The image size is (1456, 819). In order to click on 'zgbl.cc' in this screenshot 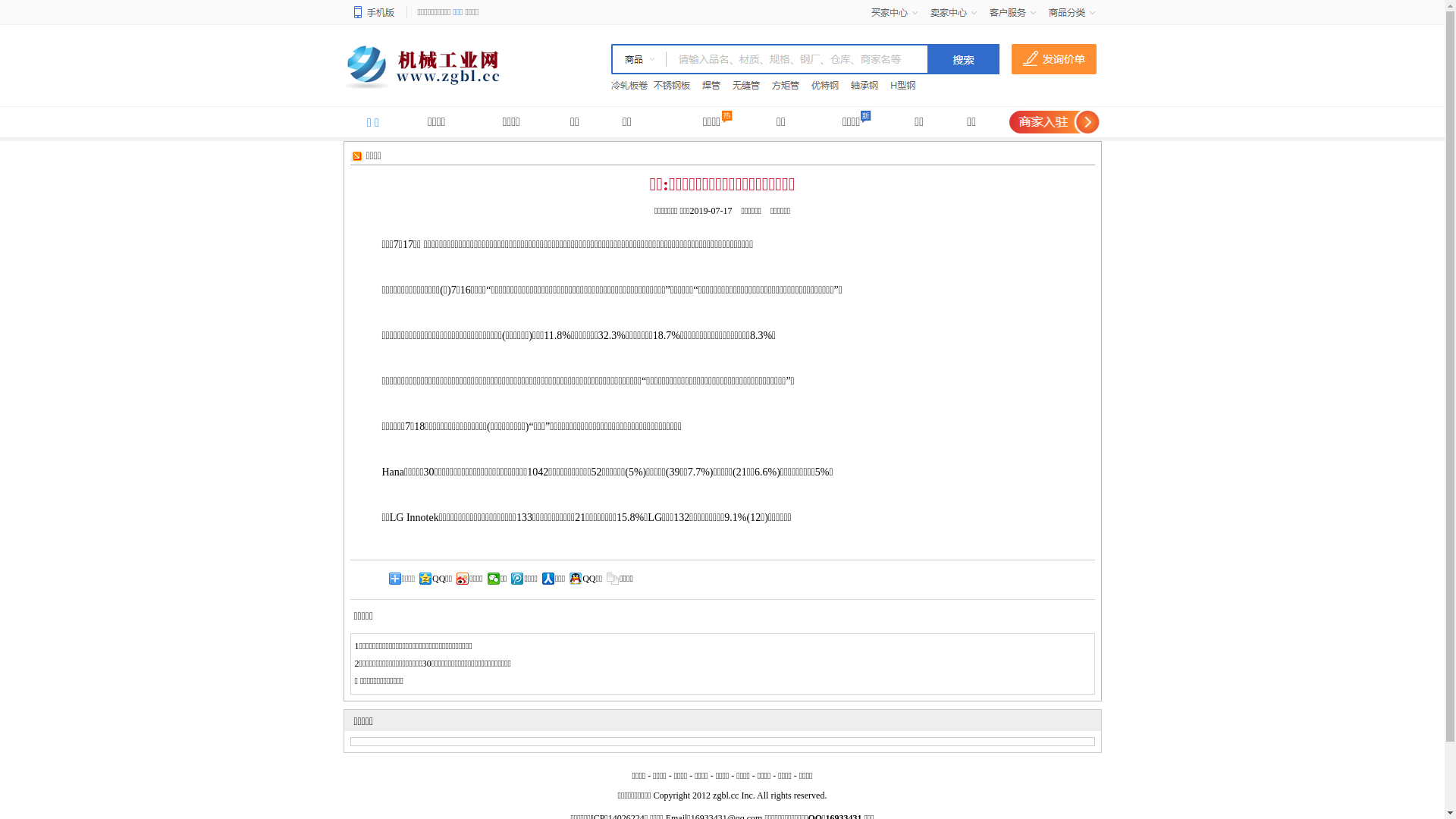, I will do `click(724, 795)`.